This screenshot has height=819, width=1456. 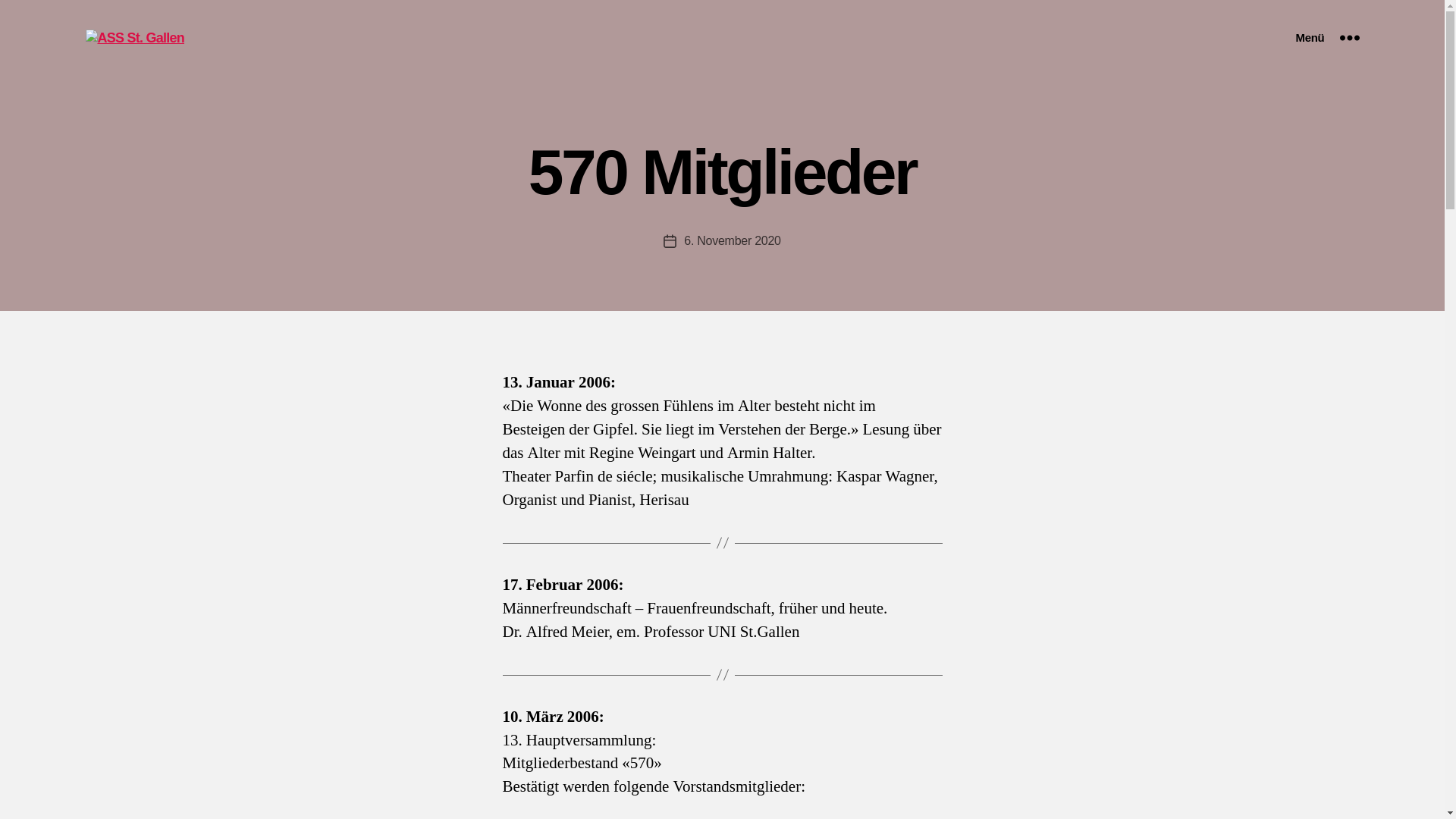 What do you see at coordinates (683, 240) in the screenshot?
I see `'6. November 2020'` at bounding box center [683, 240].